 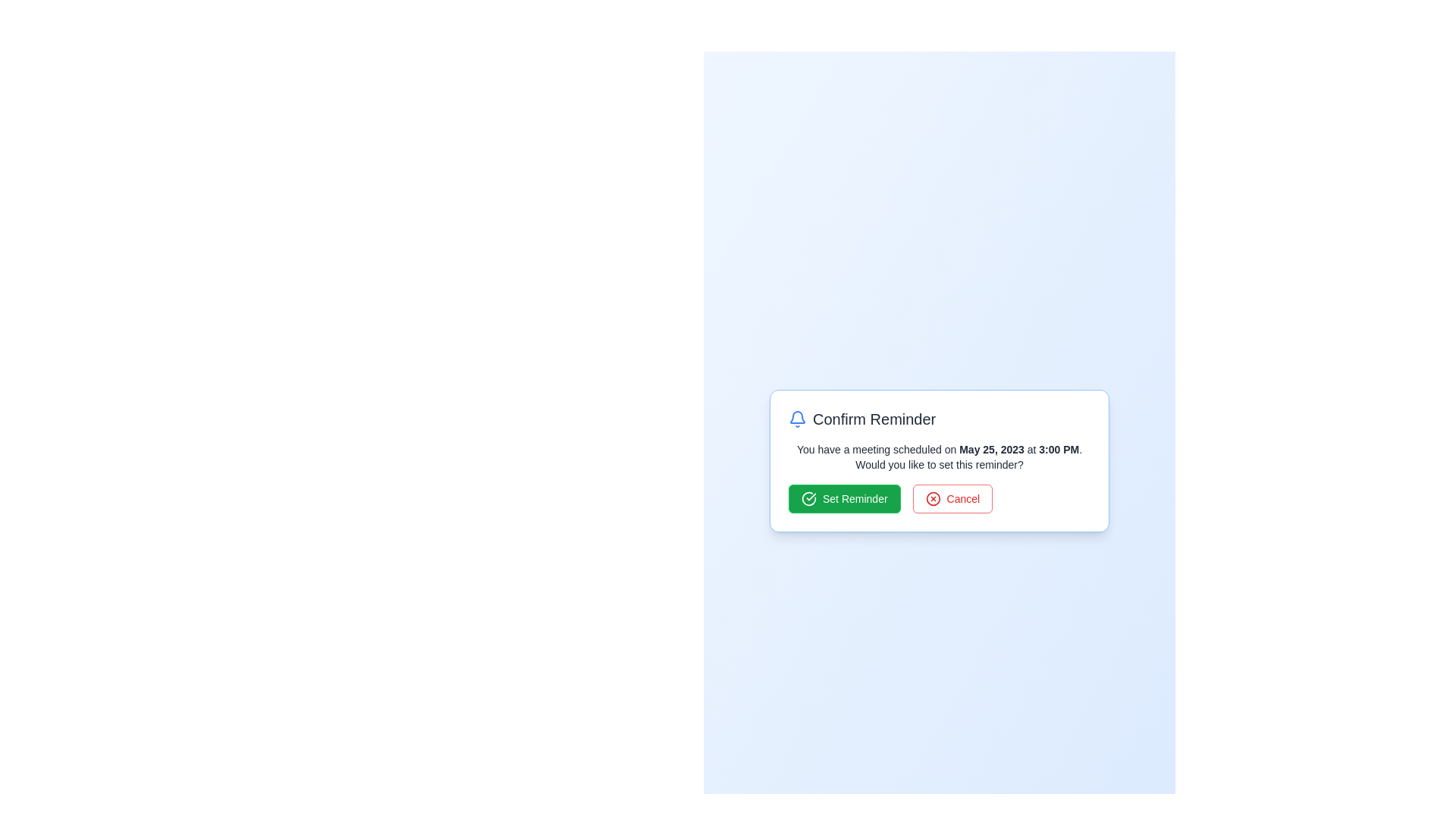 I want to click on the header text label that conveys the purpose of confirming a reminder for a scheduled meeting, located to the right of a bell icon within the notification card interface, so click(x=874, y=419).